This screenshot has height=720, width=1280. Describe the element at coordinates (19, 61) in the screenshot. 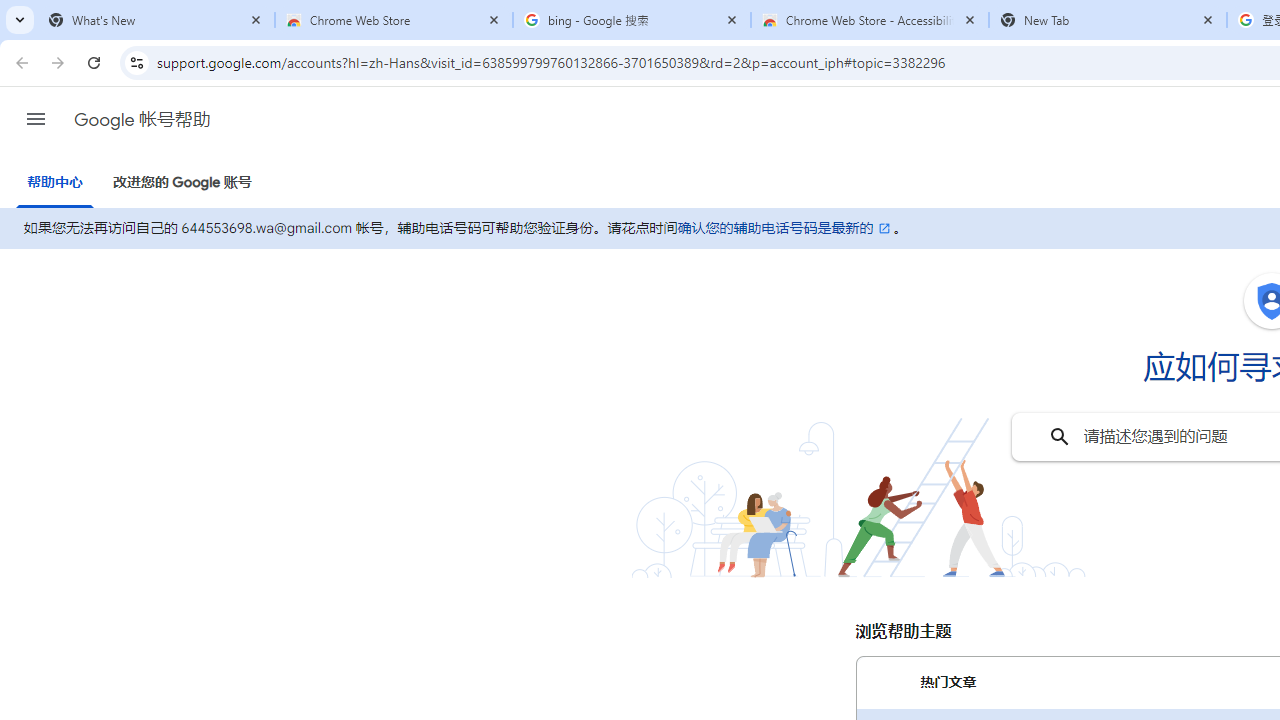

I see `'Back'` at that location.